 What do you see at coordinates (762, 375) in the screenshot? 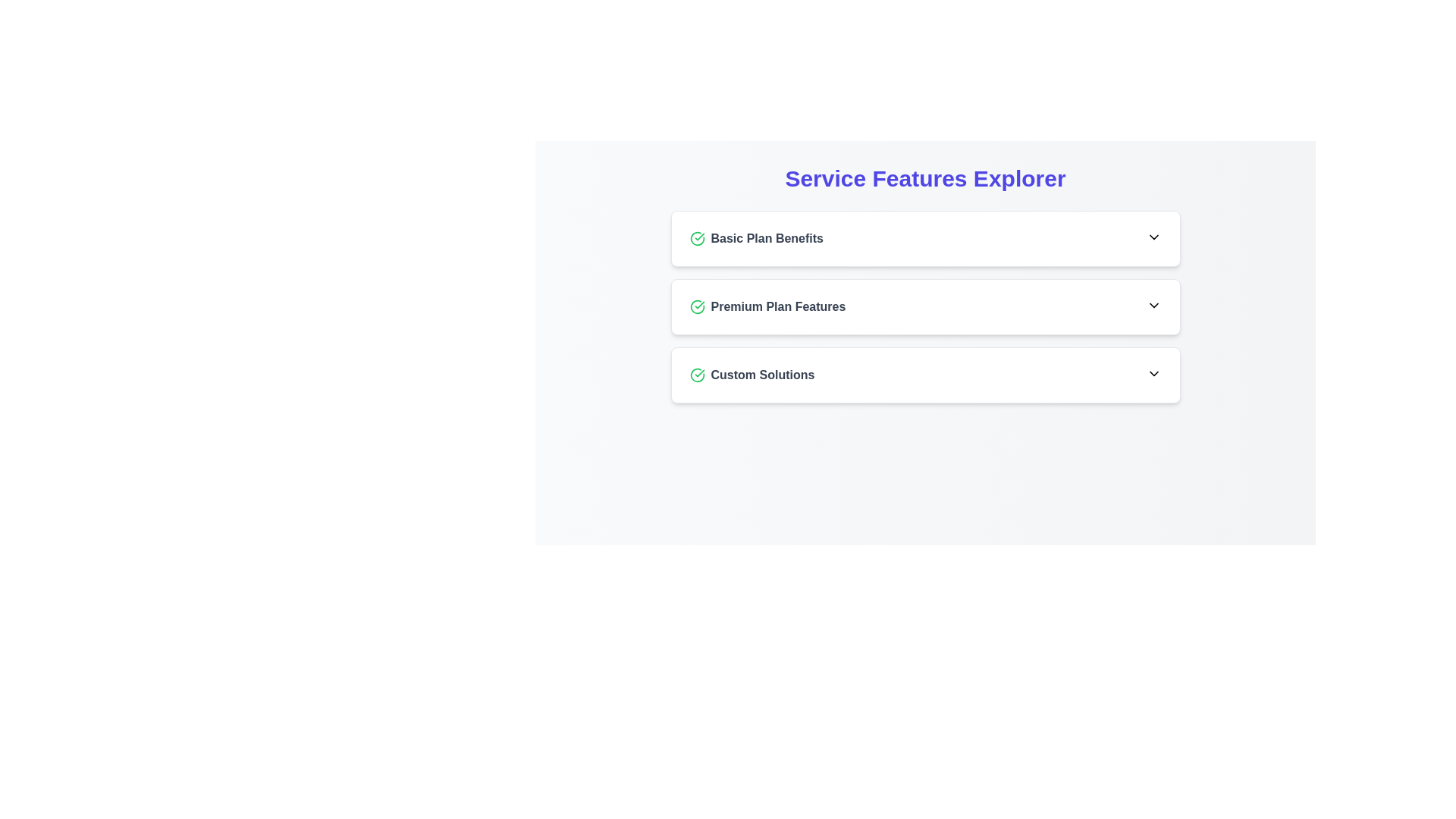
I see `the 'Custom Solutions' text label located under 'Service Features Explorer' to the right of the green checkmark icon` at bounding box center [762, 375].